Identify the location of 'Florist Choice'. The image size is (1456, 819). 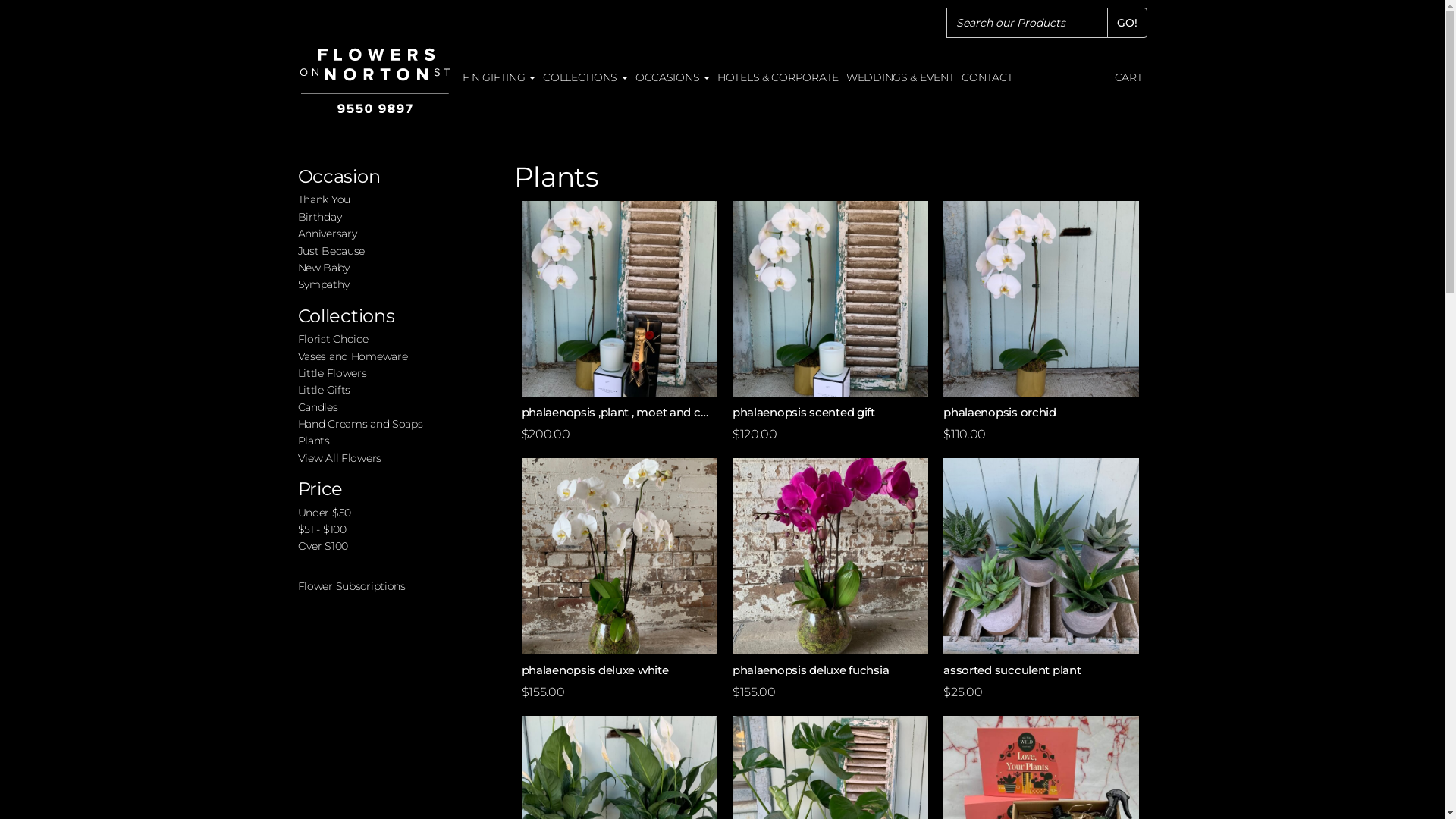
(331, 338).